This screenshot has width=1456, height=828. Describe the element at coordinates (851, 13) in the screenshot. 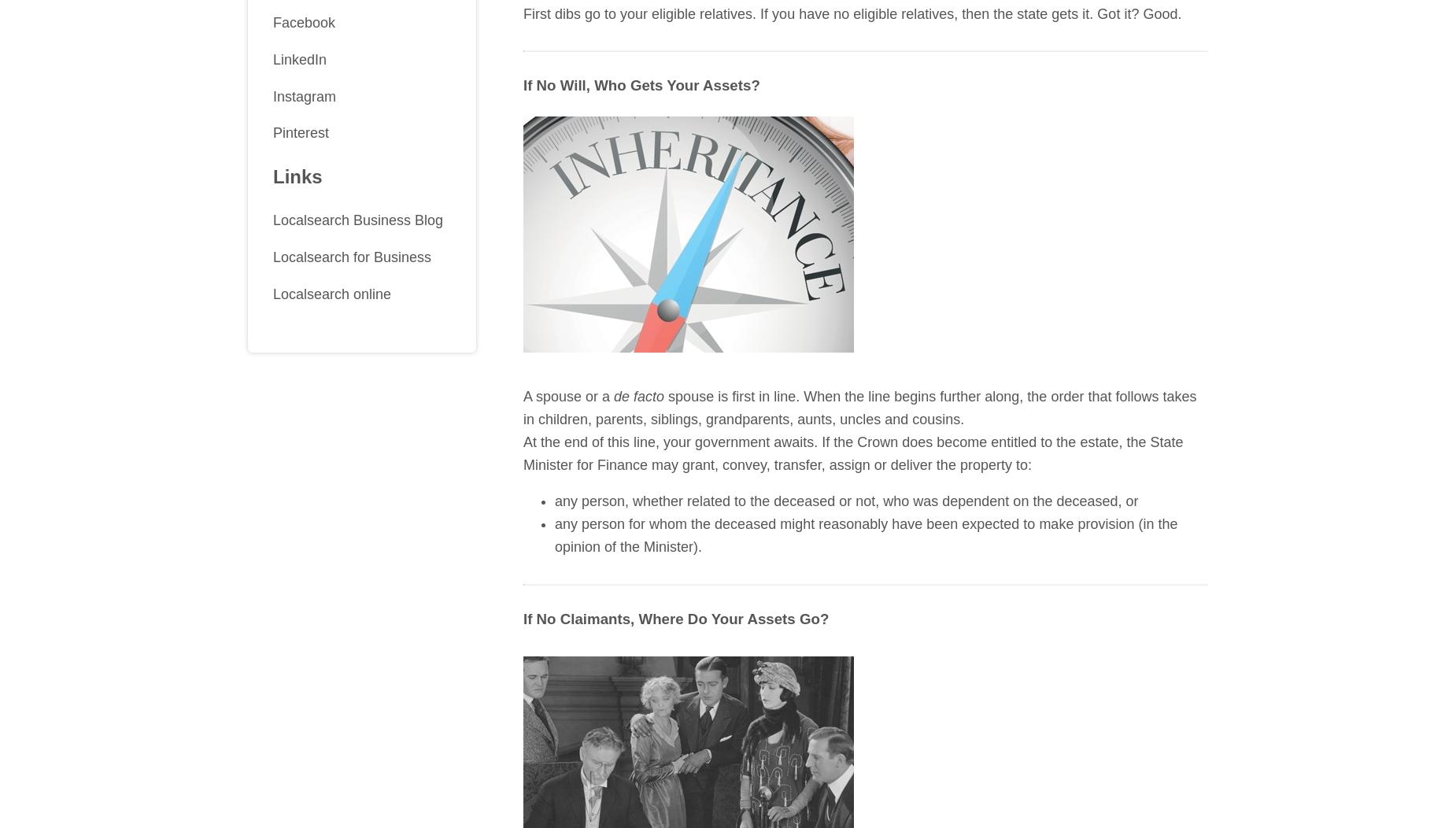

I see `'First dibs go to your eligible relatives. If you have no eligible relatives, then the state gets it. Got it? Good.'` at that location.